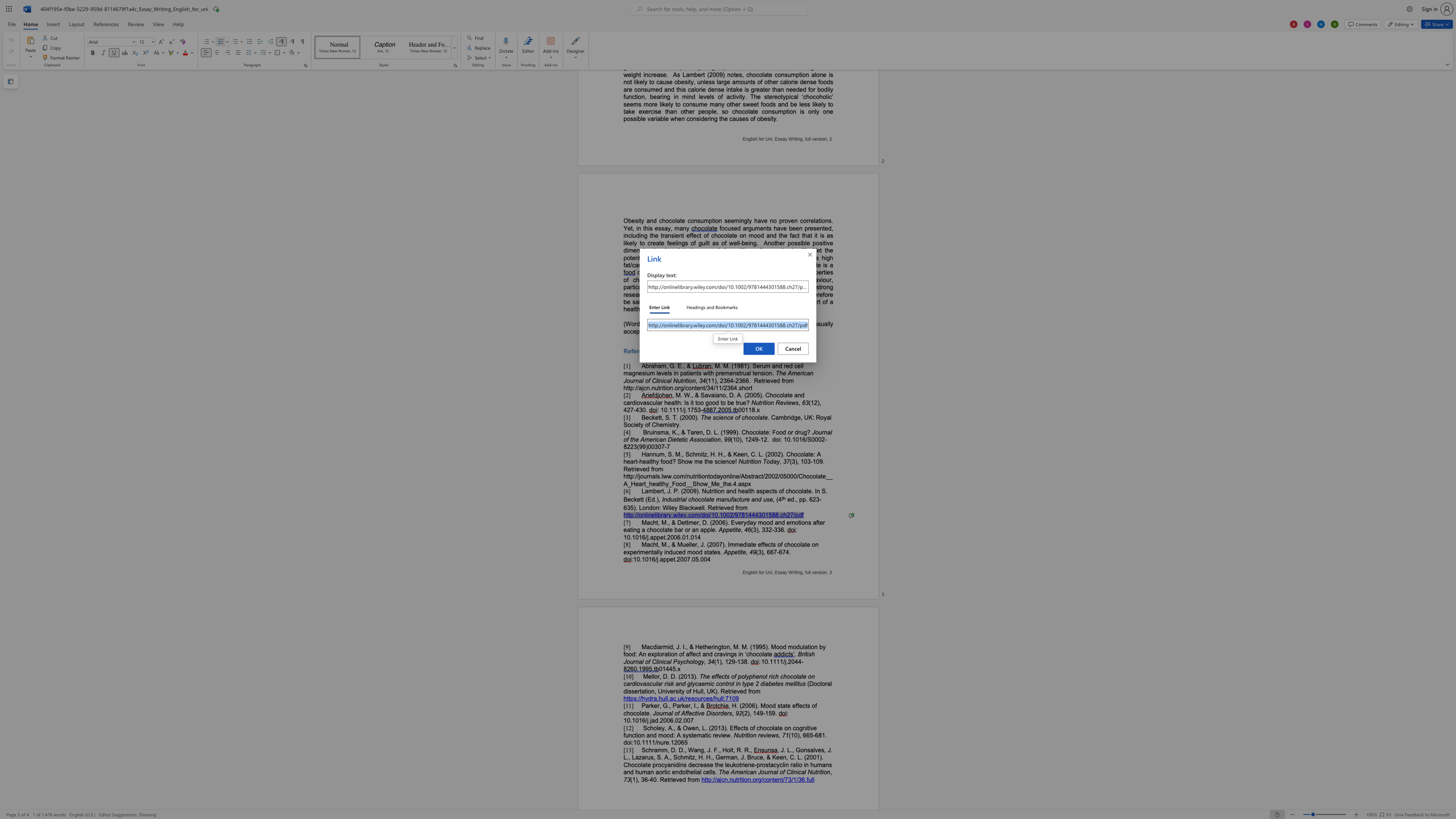  I want to click on the 1th character "h" in the text, so click(649, 749).